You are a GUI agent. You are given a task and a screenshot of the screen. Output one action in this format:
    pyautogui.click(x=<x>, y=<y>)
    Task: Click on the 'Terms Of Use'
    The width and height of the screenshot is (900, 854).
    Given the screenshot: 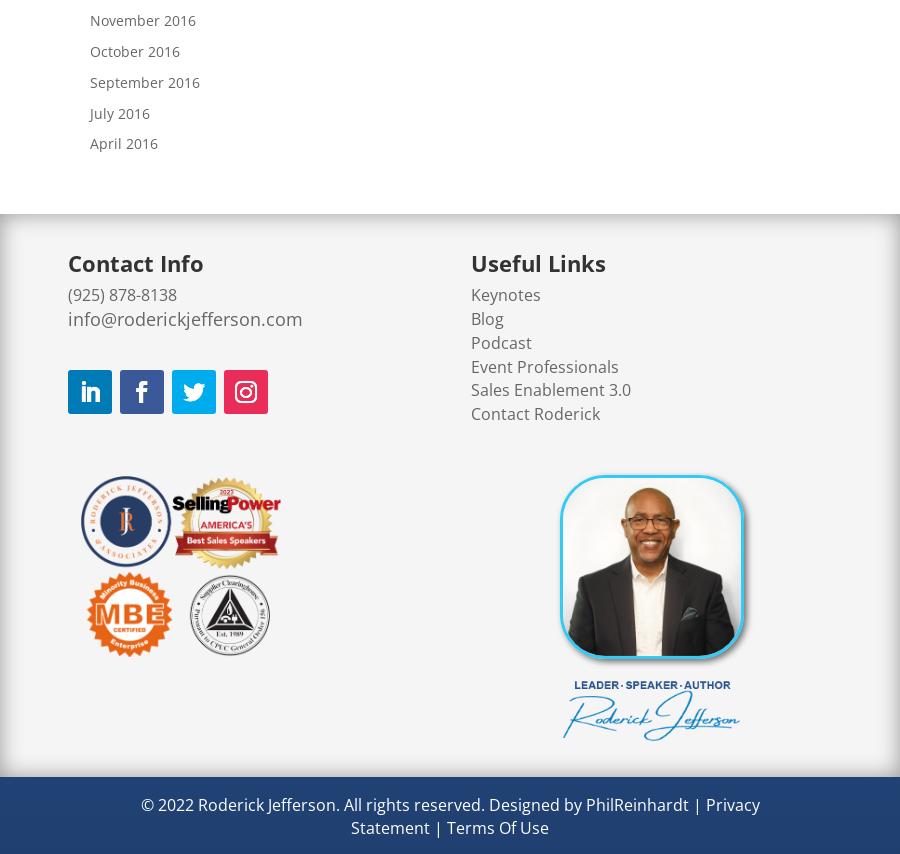 What is the action you would take?
    pyautogui.click(x=496, y=828)
    